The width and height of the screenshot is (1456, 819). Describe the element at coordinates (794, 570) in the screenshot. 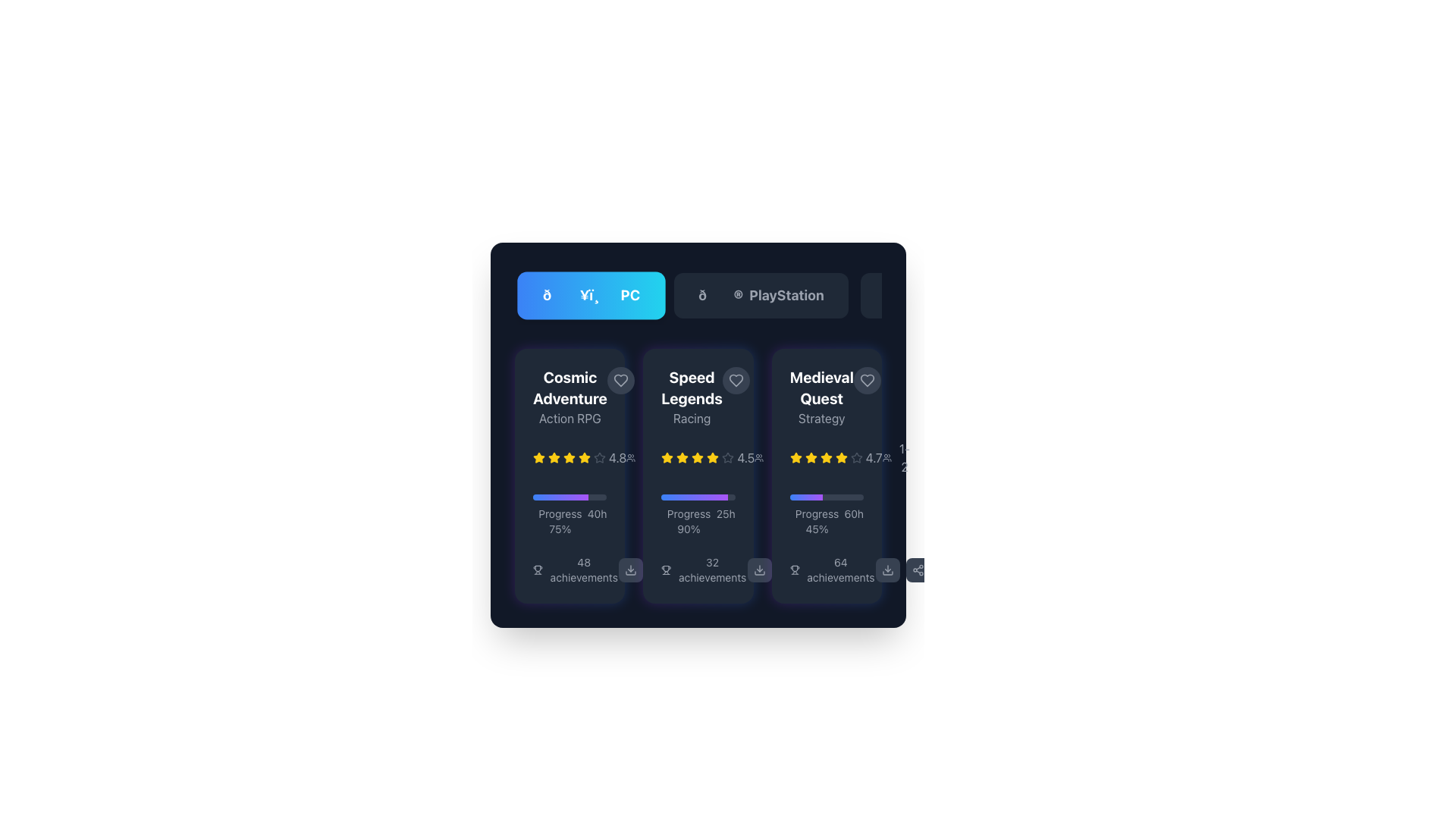

I see `the trophy icon representing achievement, located next to the '64 achievements' text in the bottom-right card of the interface` at that location.